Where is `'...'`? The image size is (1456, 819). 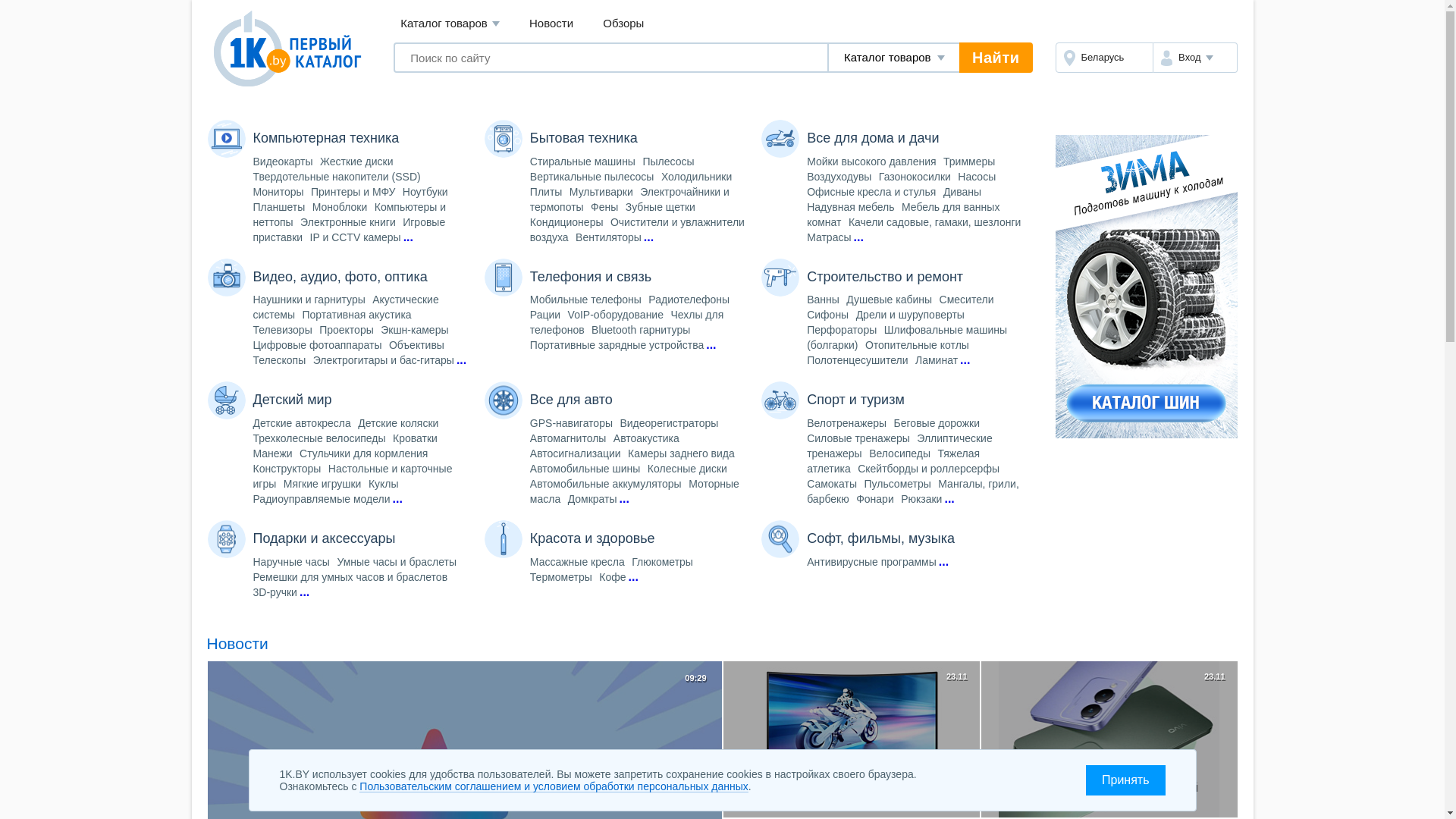 '...' is located at coordinates (644, 237).